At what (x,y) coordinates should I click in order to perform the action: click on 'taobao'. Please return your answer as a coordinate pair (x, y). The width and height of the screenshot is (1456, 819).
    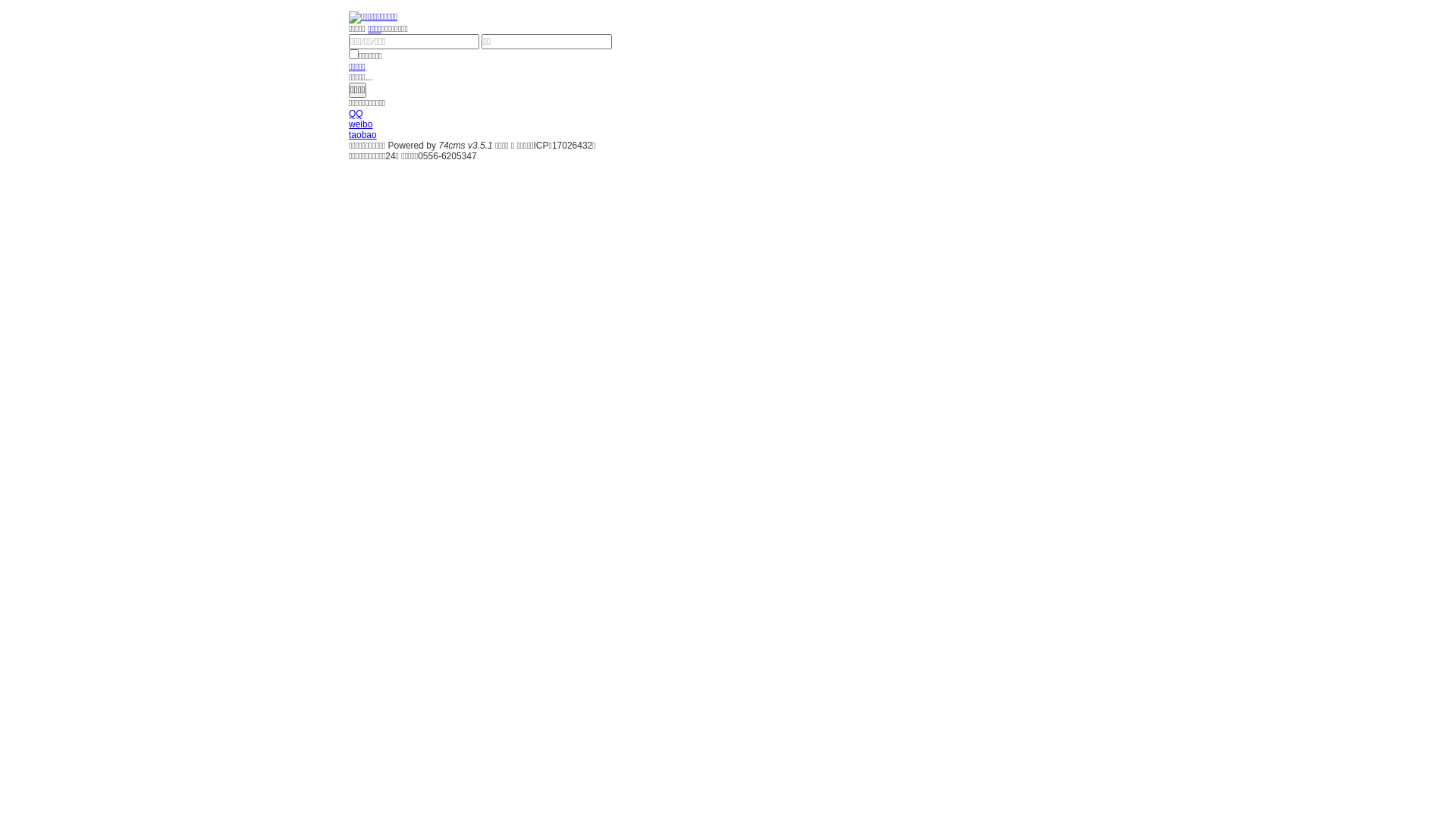
    Looking at the image, I should click on (362, 133).